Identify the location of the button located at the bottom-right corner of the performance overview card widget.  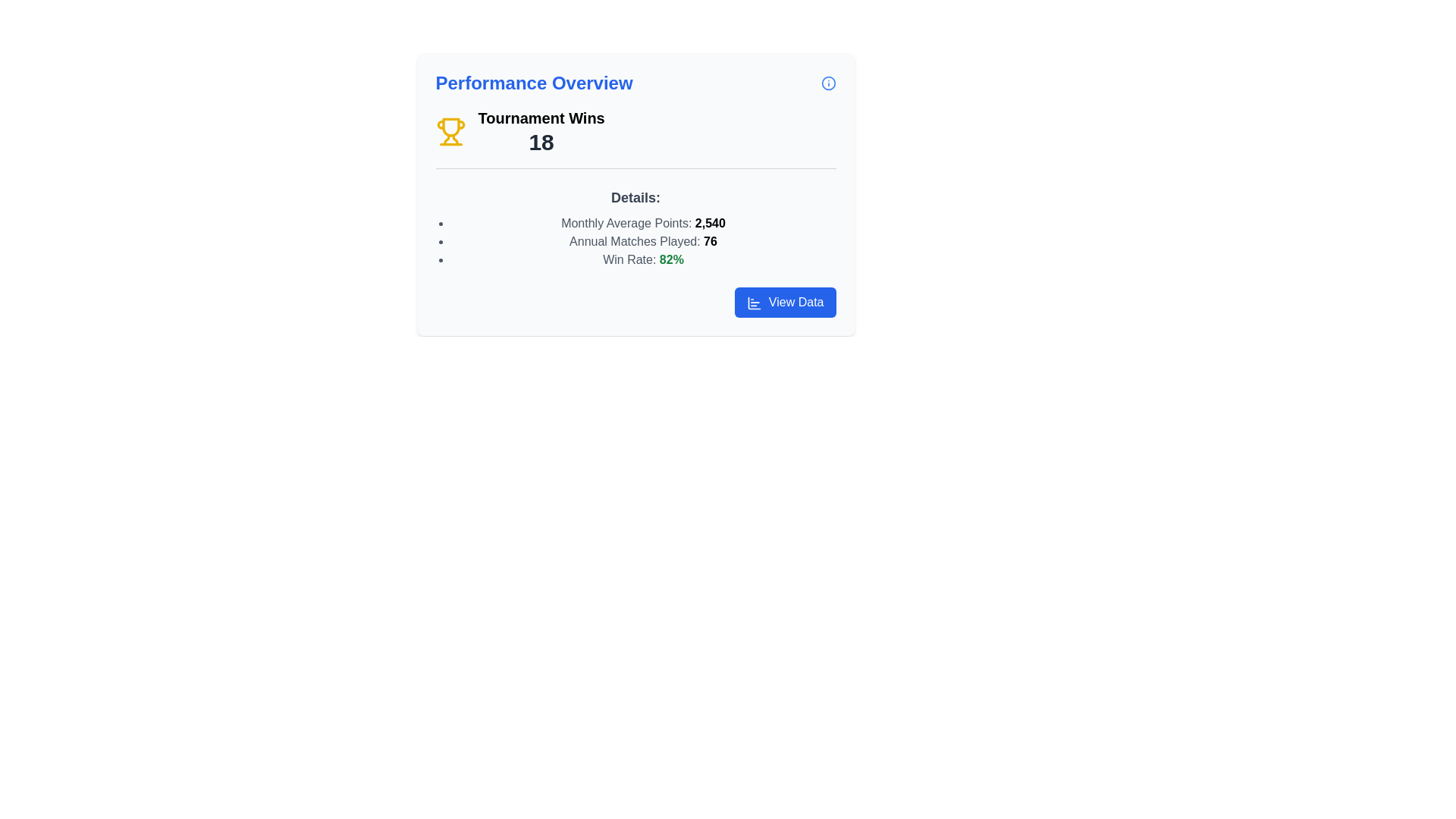
(785, 302).